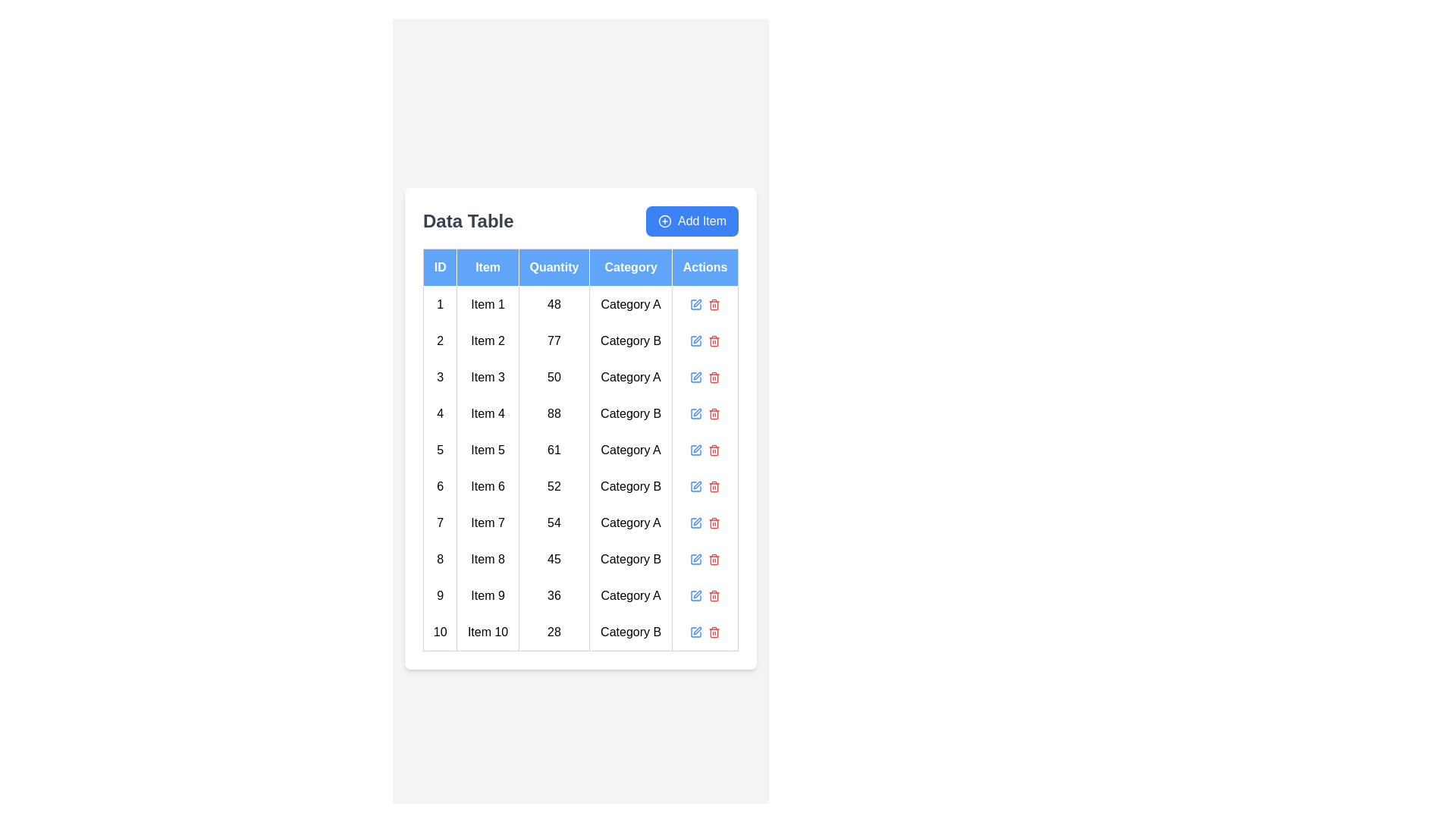 The width and height of the screenshot is (1456, 819). Describe the element at coordinates (714, 413) in the screenshot. I see `the Icon button in the 'Actions' column of the fourth row in the data table` at that location.